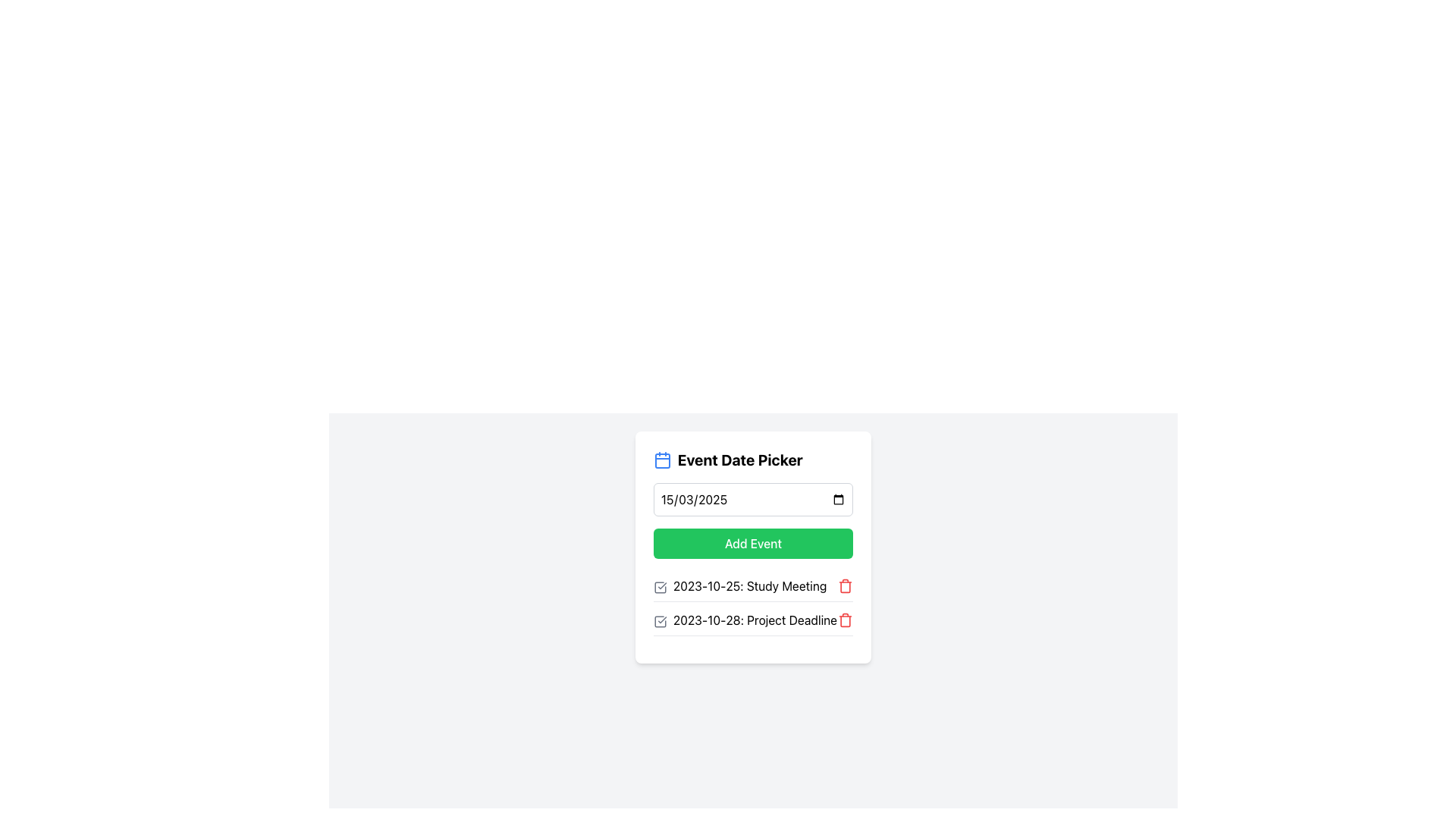 Image resolution: width=1456 pixels, height=819 pixels. What do you see at coordinates (753, 547) in the screenshot?
I see `the button that adds an event to the scheduler, located centrally beneath the date input field and above the listed events` at bounding box center [753, 547].